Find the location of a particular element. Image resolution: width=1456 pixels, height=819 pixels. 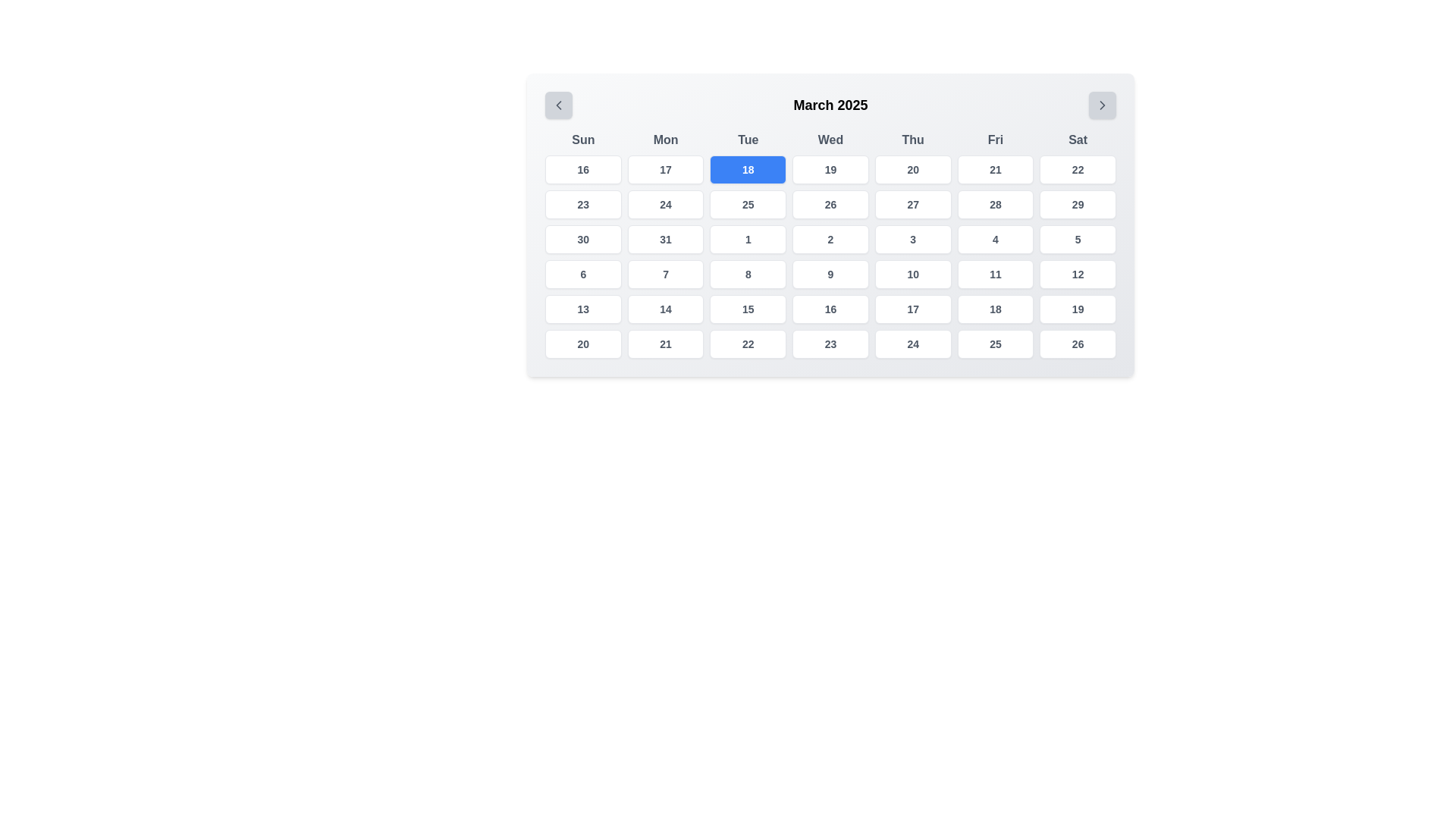

the label styled as a button containing the numeral '1' located in the sixth row and third column of the calendar layout is located at coordinates (748, 239).